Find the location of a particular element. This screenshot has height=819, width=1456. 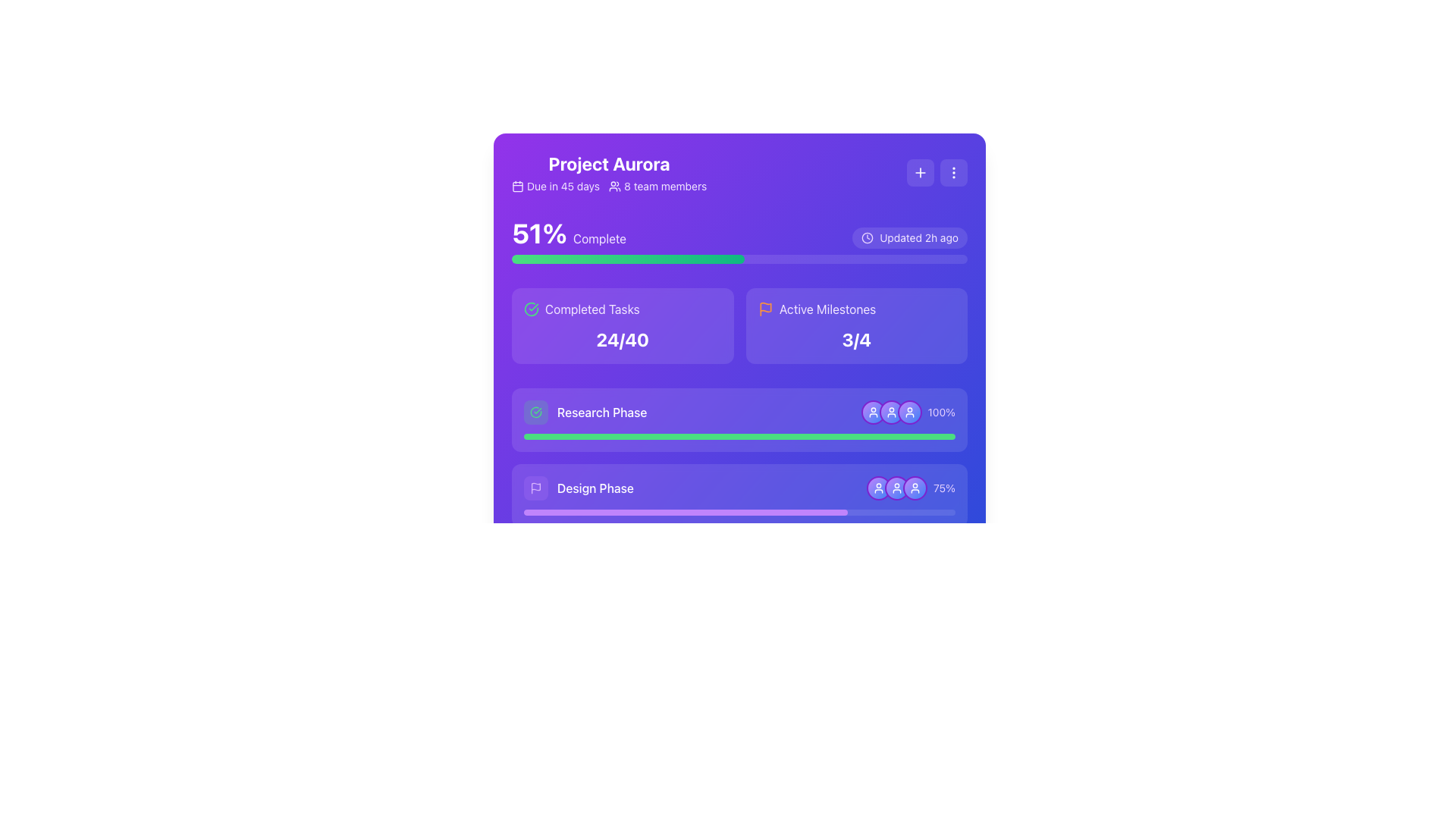

the rectangular graphical component with rounded corners within the calendar icon, located adjacent to the 'Due in 45 days' text is located at coordinates (517, 186).